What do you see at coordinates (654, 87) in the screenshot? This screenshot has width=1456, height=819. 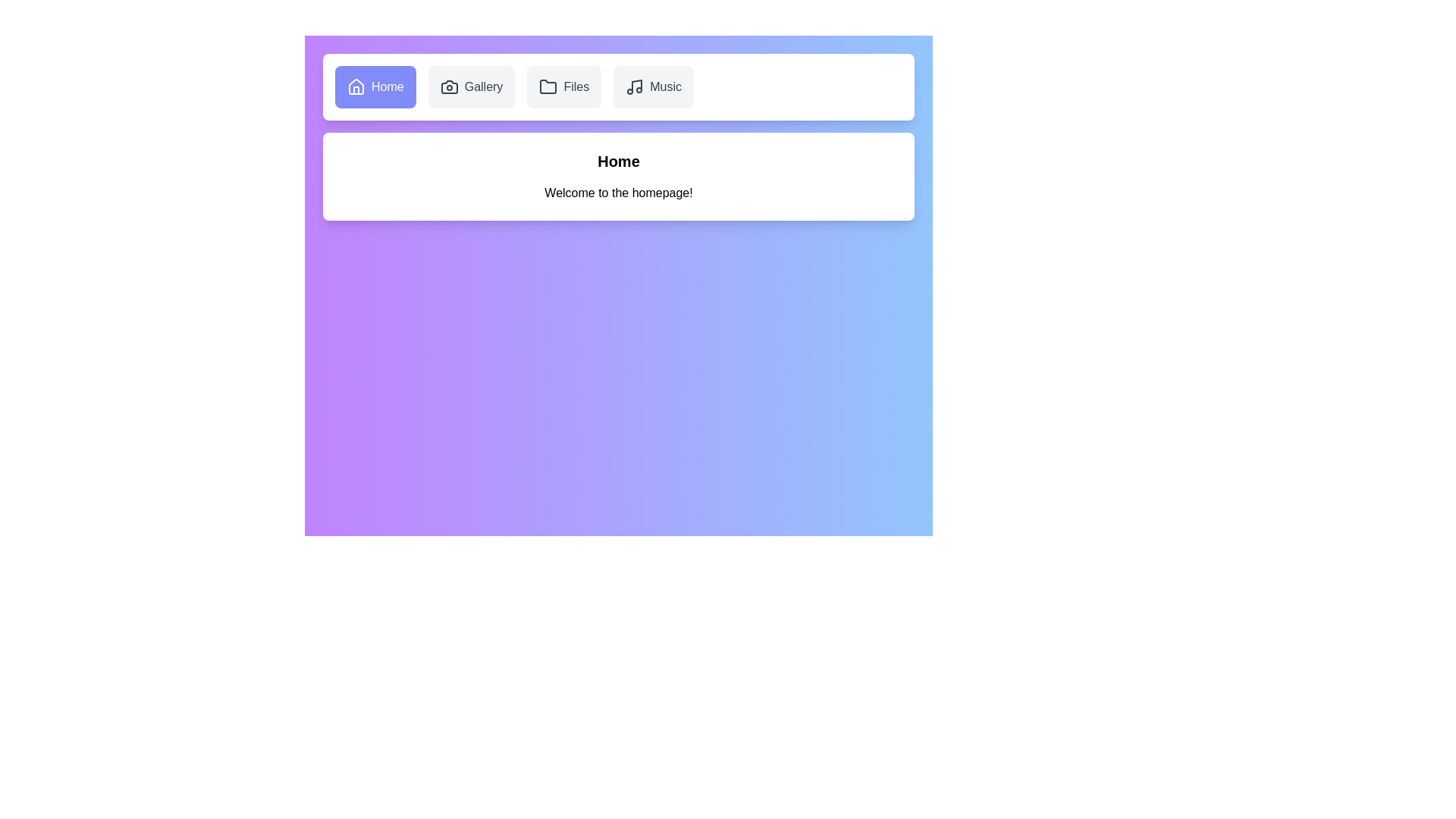 I see `the tab labeled Music` at bounding box center [654, 87].